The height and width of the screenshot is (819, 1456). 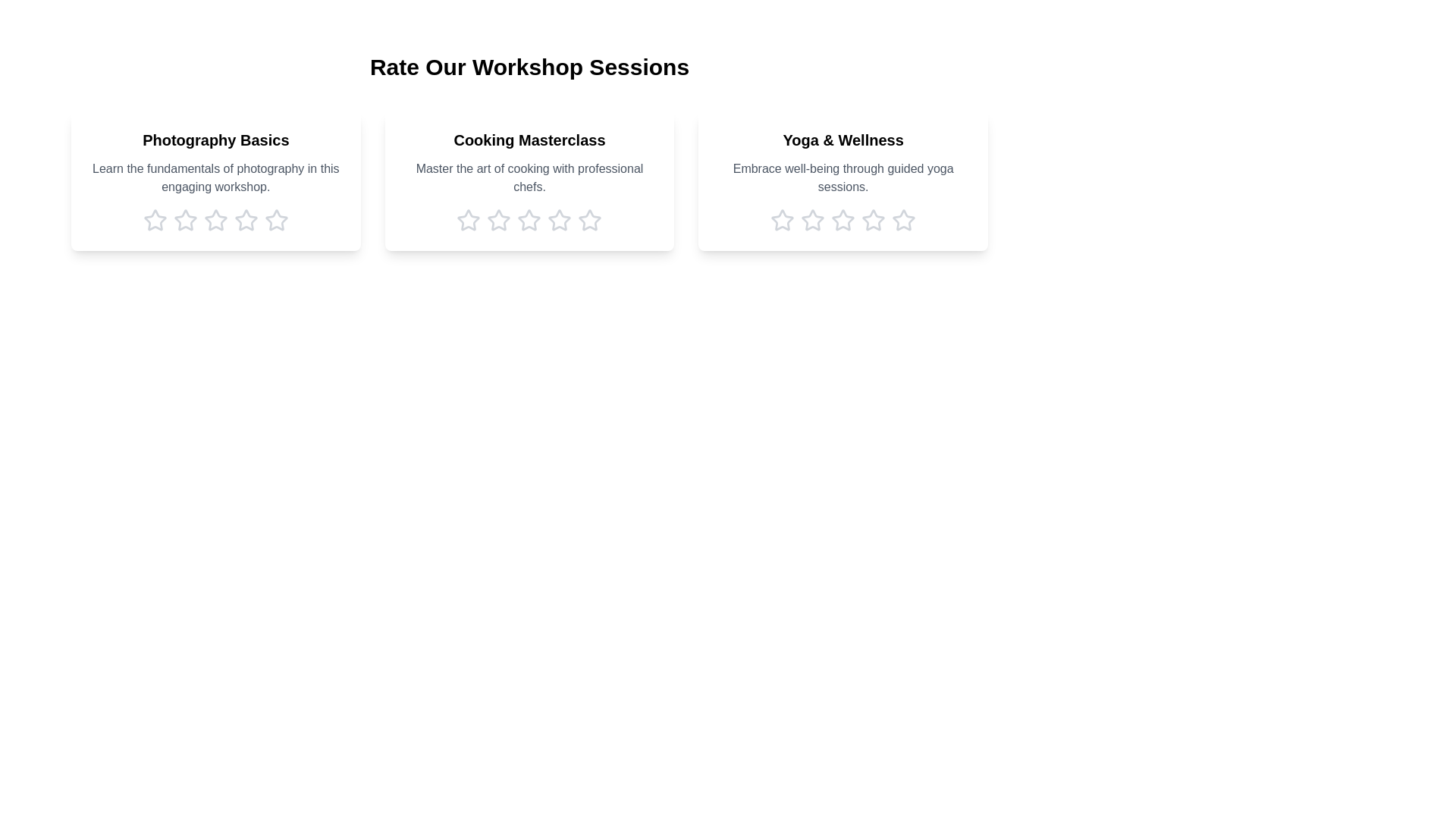 What do you see at coordinates (215, 220) in the screenshot?
I see `the rating for a workshop to 3 stars` at bounding box center [215, 220].